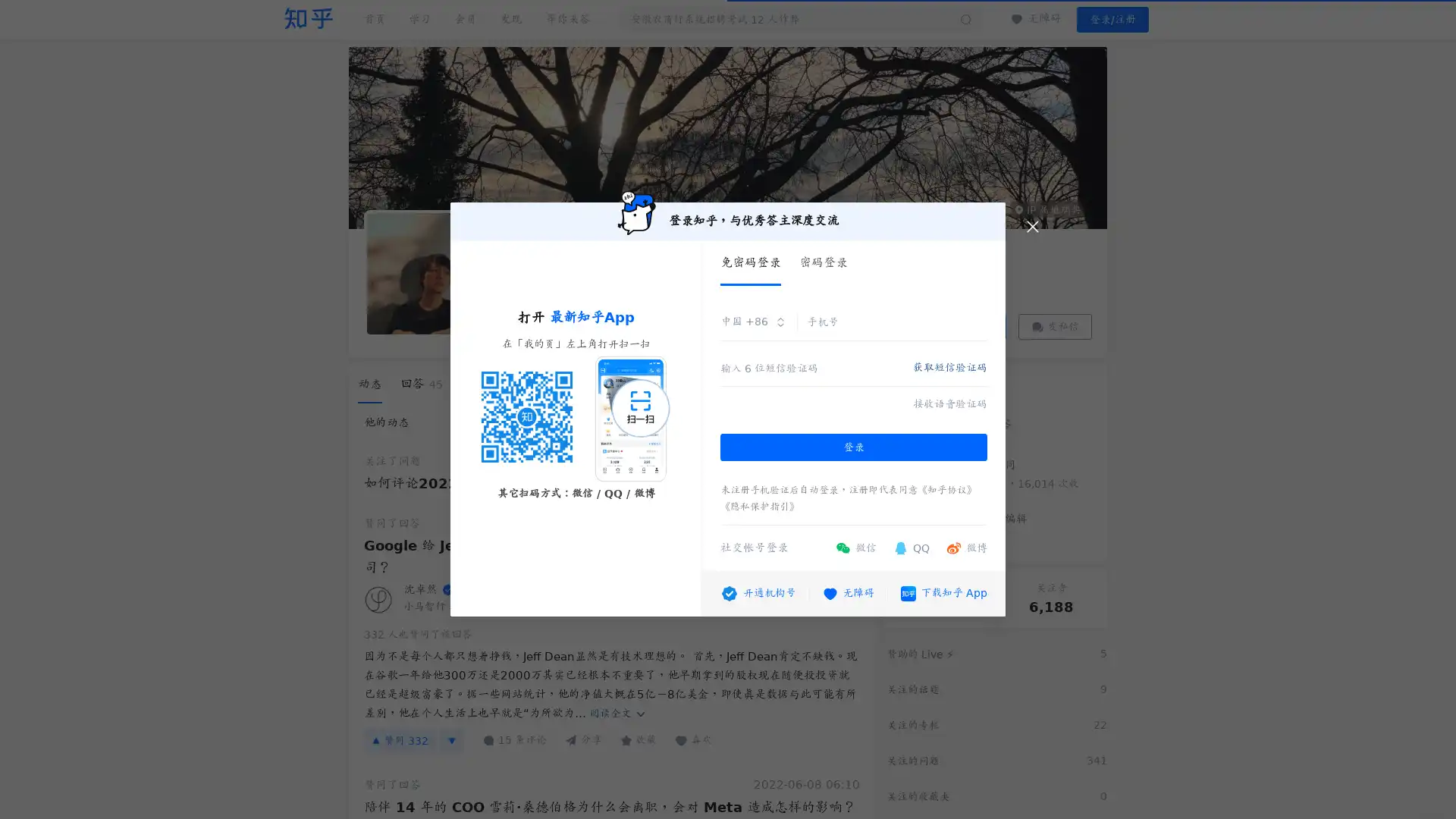 The height and width of the screenshot is (819, 1456). Describe the element at coordinates (418, 633) in the screenshot. I see `332` at that location.